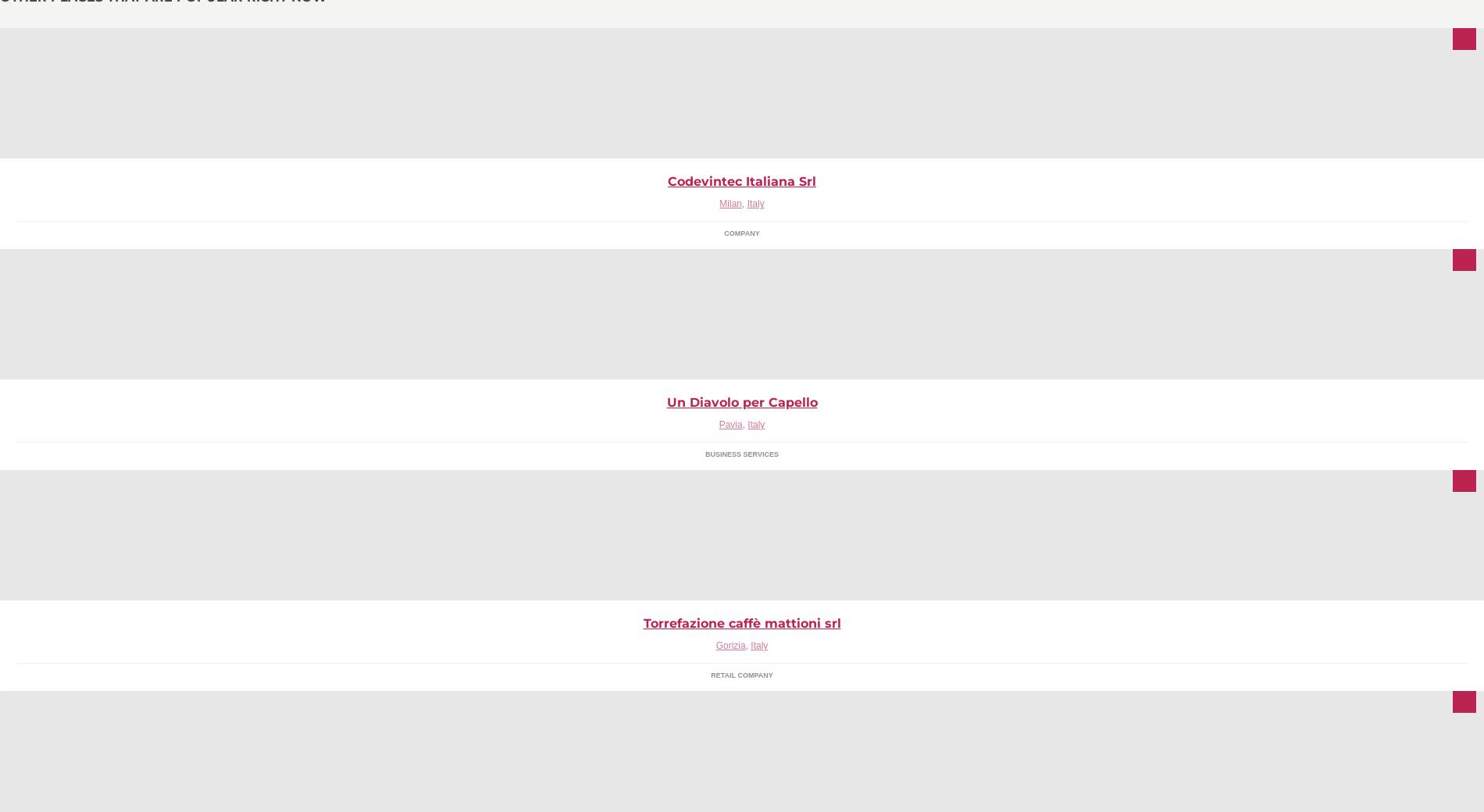 This screenshot has height=812, width=1484. What do you see at coordinates (740, 233) in the screenshot?
I see `'Company'` at bounding box center [740, 233].